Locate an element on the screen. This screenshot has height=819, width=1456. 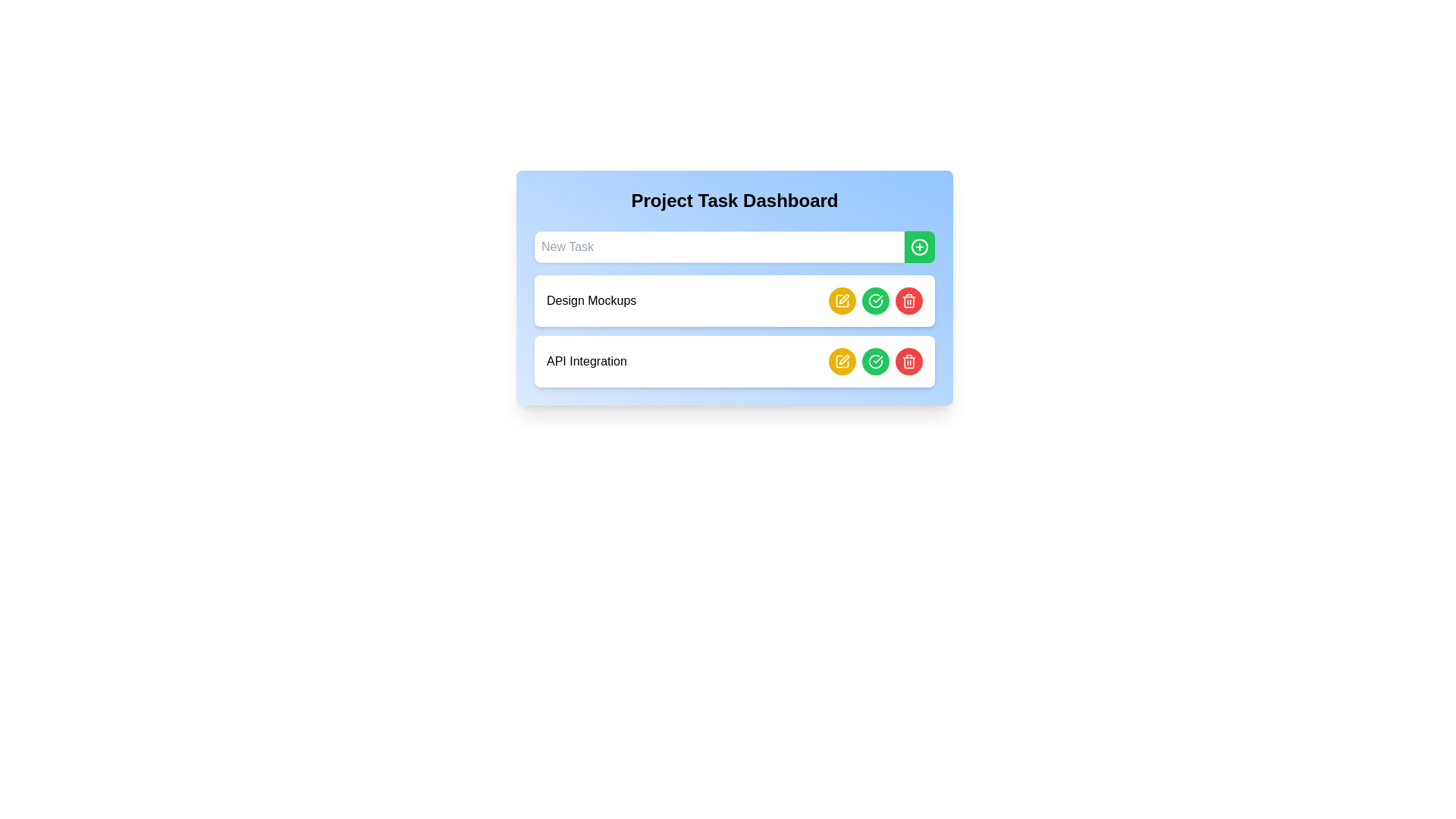
the button located at the top right corner of the 'New Task' input field is located at coordinates (919, 246).